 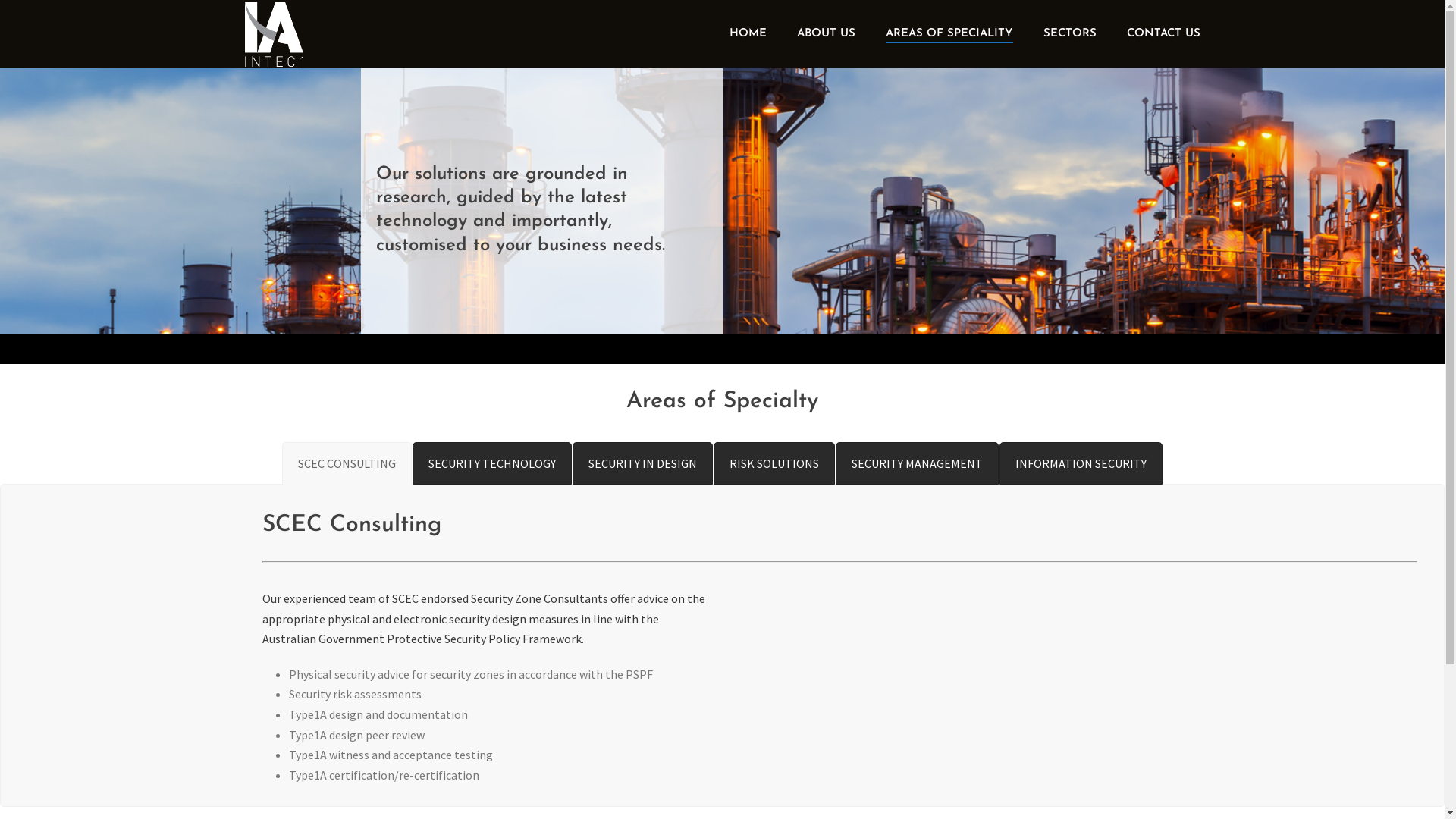 What do you see at coordinates (1080, 463) in the screenshot?
I see `'INFORMATION SECURITY'` at bounding box center [1080, 463].